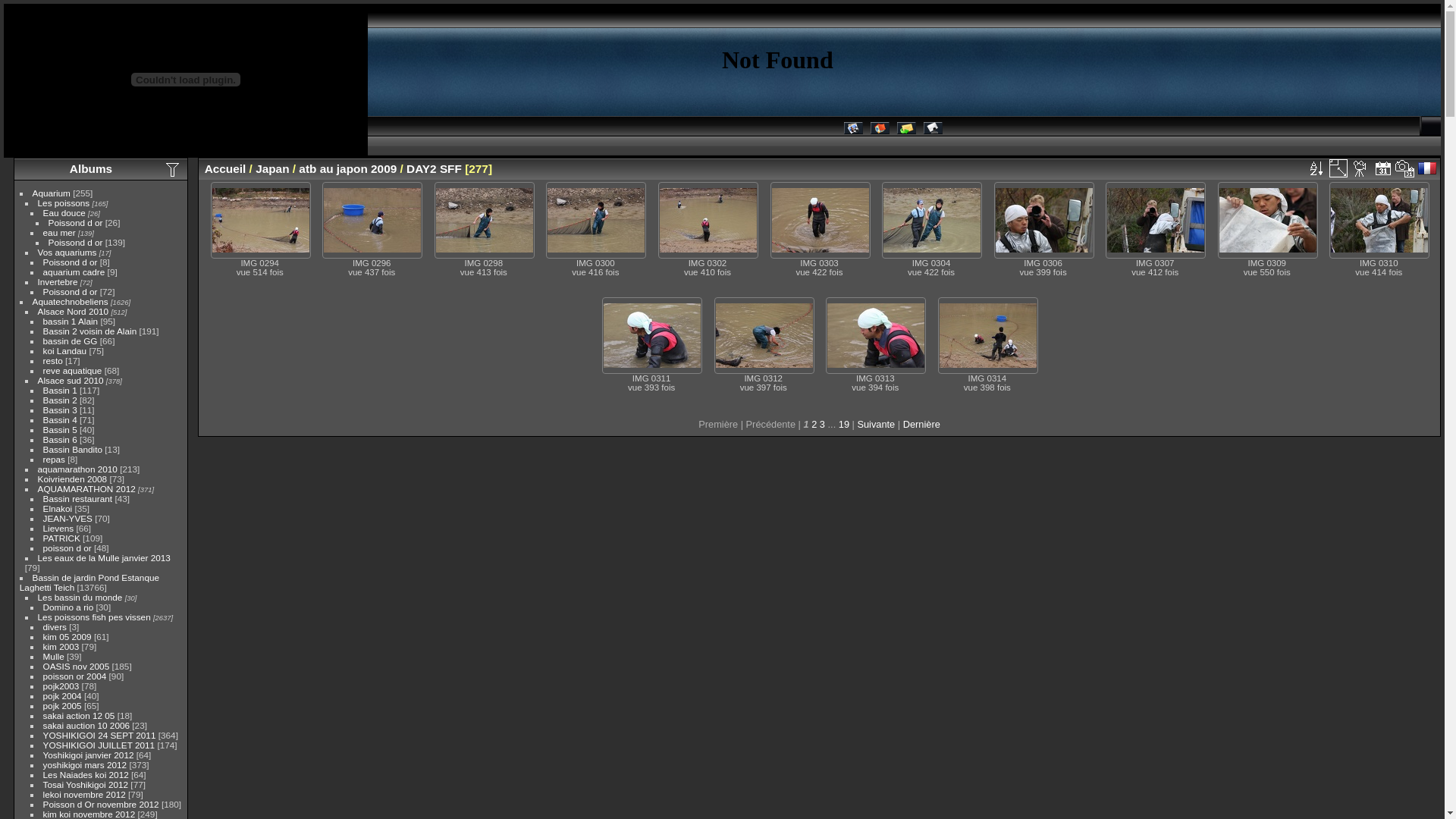 Image resolution: width=1456 pixels, height=819 pixels. I want to click on 'Les poissons fish pes vissen', so click(93, 617).